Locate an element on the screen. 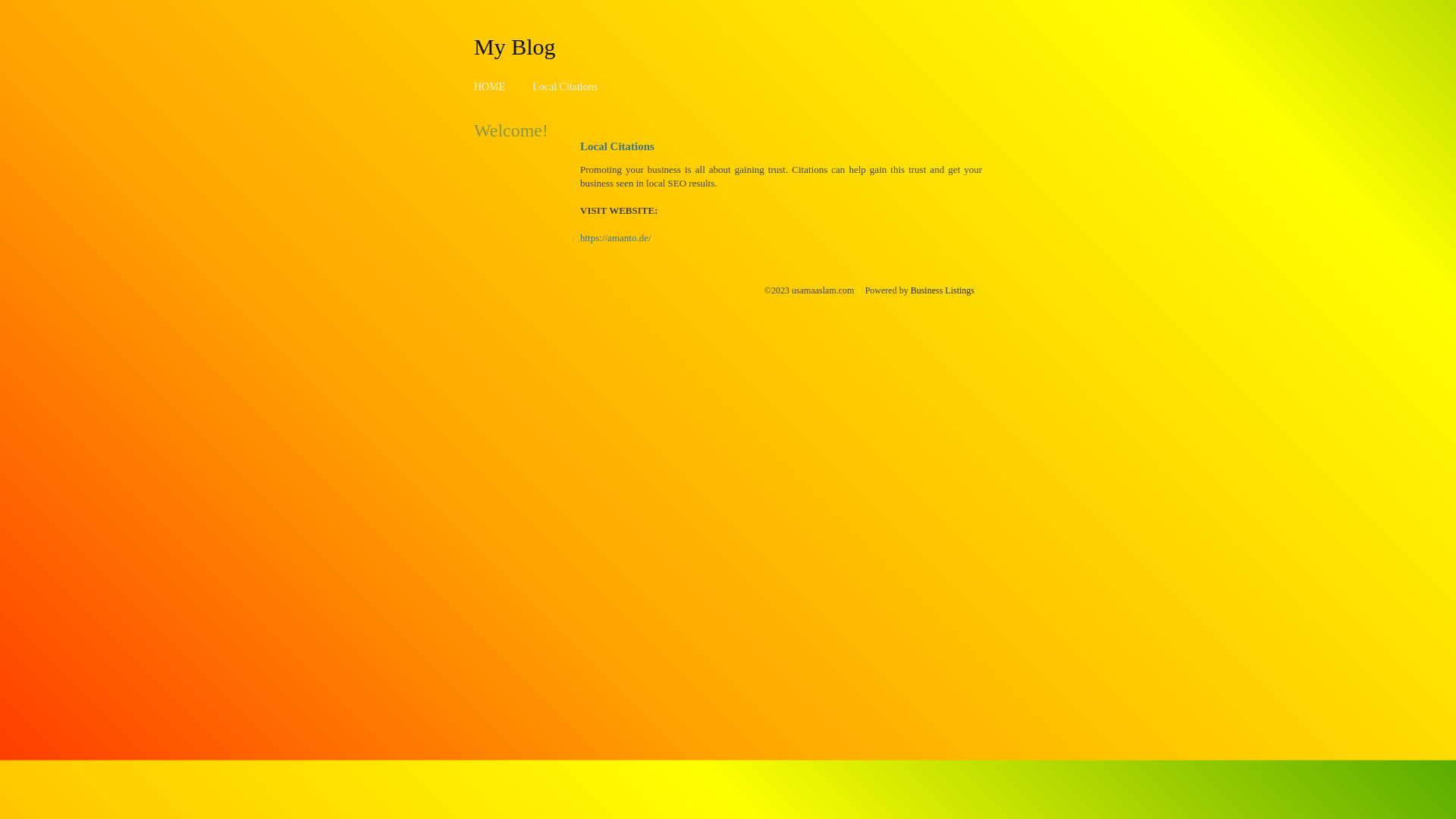  'Business Listings' is located at coordinates (942, 290).